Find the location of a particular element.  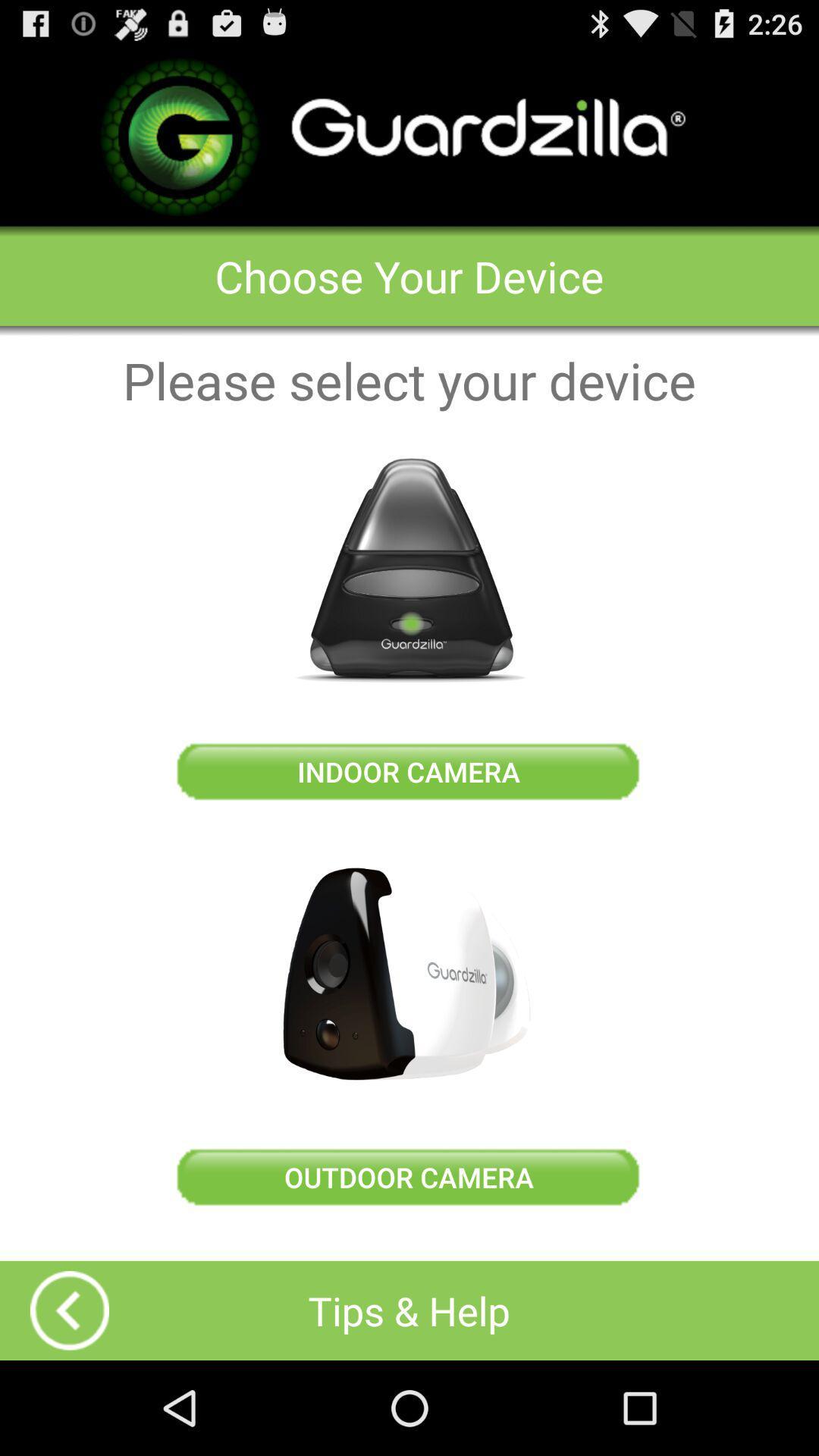

go back is located at coordinates (70, 1310).